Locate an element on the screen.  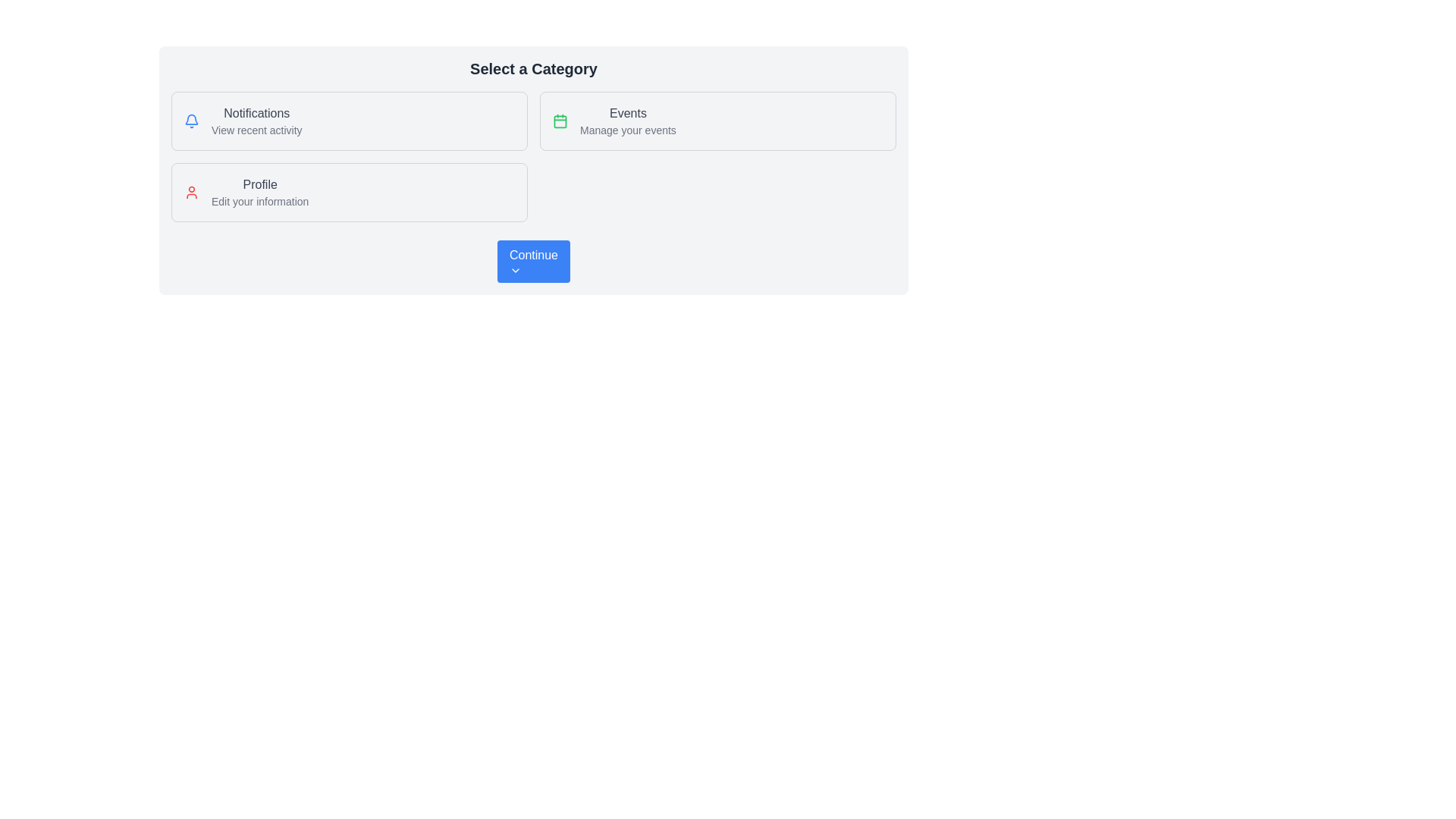
the small green calendar icon located to the left of the 'Events' label in the upper-right section of the layout grid is located at coordinates (560, 120).